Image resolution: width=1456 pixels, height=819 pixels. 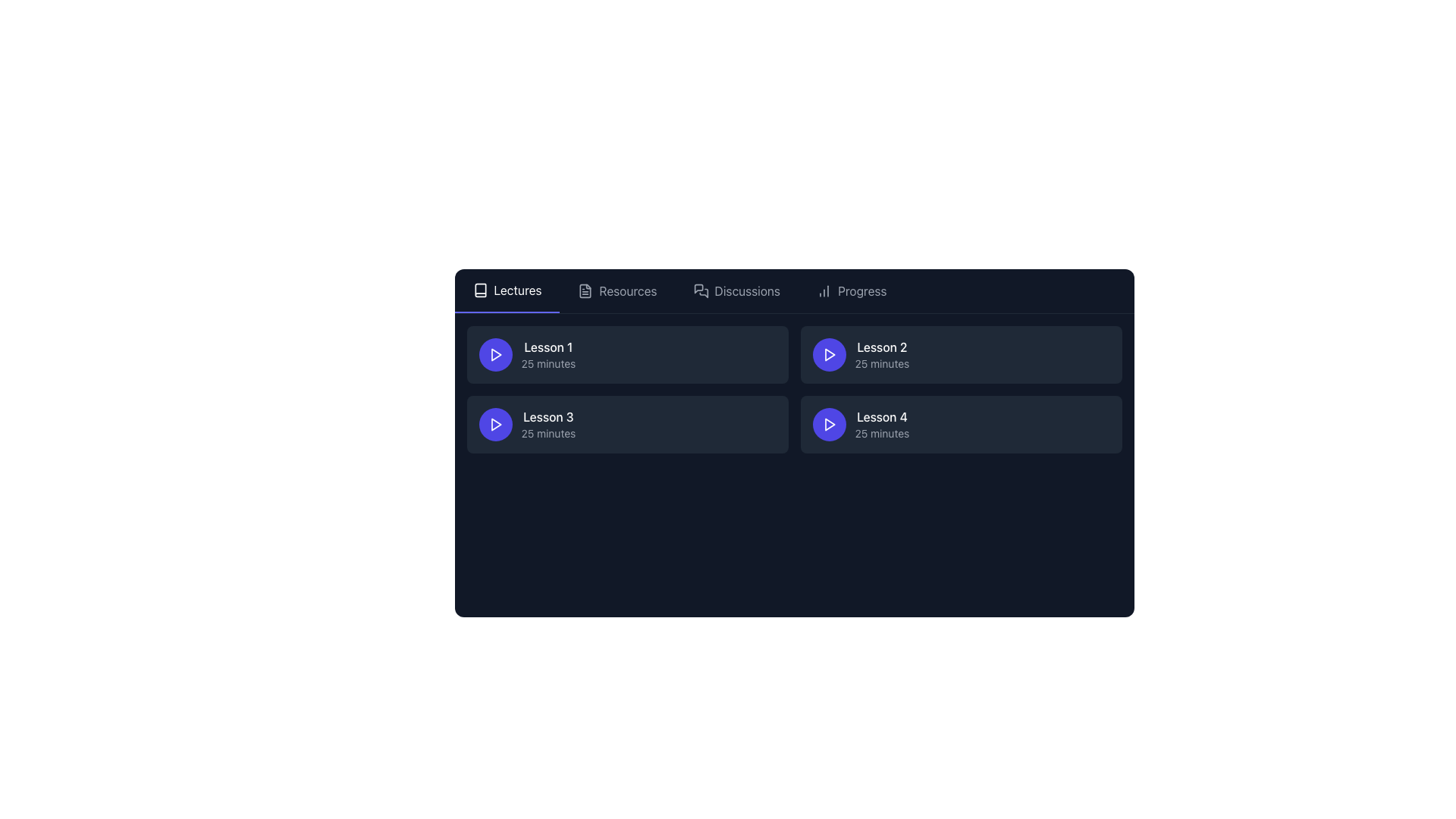 I want to click on the circular button with a purple background and a white triangular play icon located in the 'Lesson 3' item of the lessons grid, so click(x=495, y=424).